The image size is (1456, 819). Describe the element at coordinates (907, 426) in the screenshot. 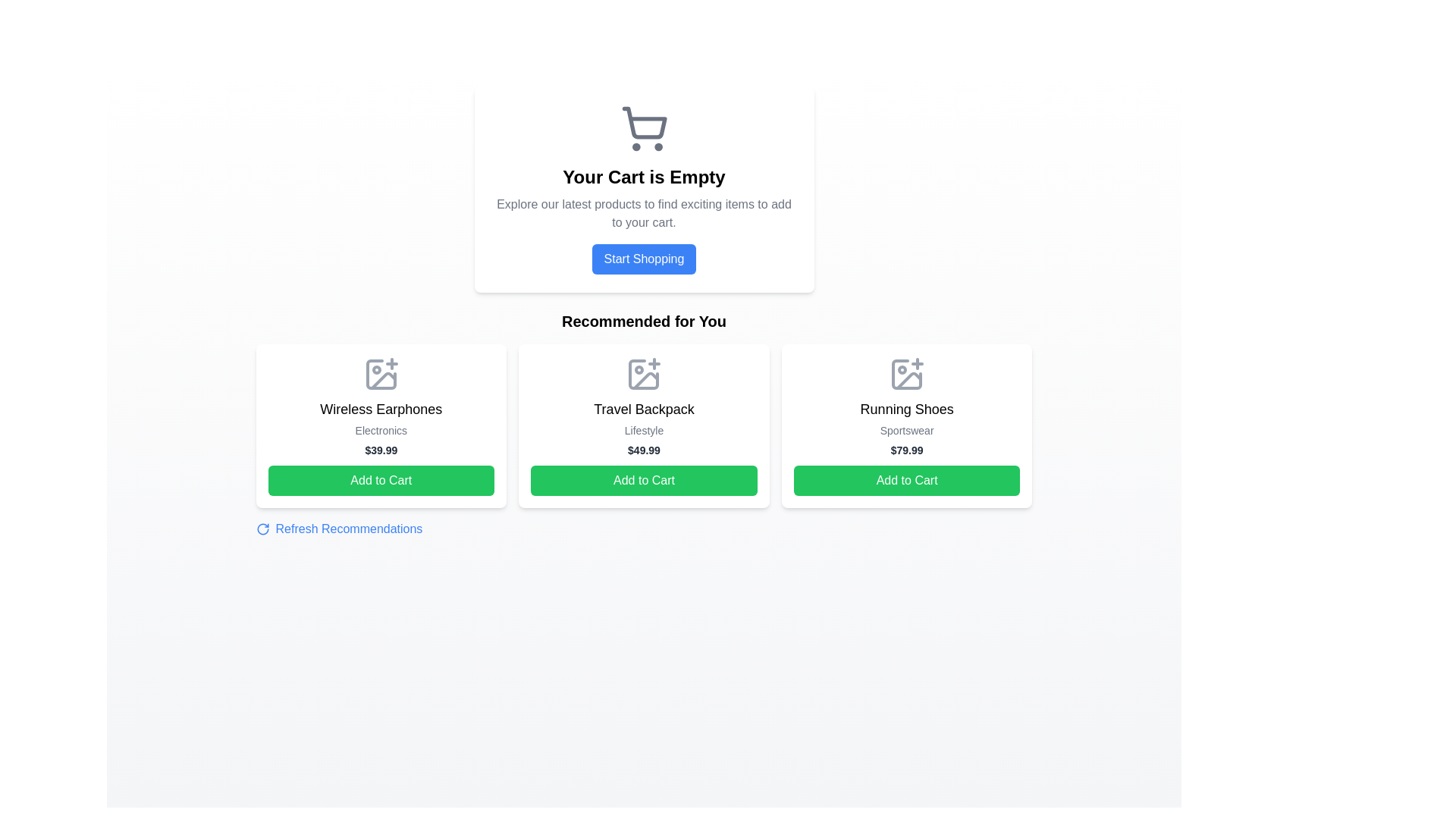

I see `product information text on the 'Running Shoes' Product Card, which is the rightmost card in a row of three cards located below the 'Recommended for You' section` at that location.